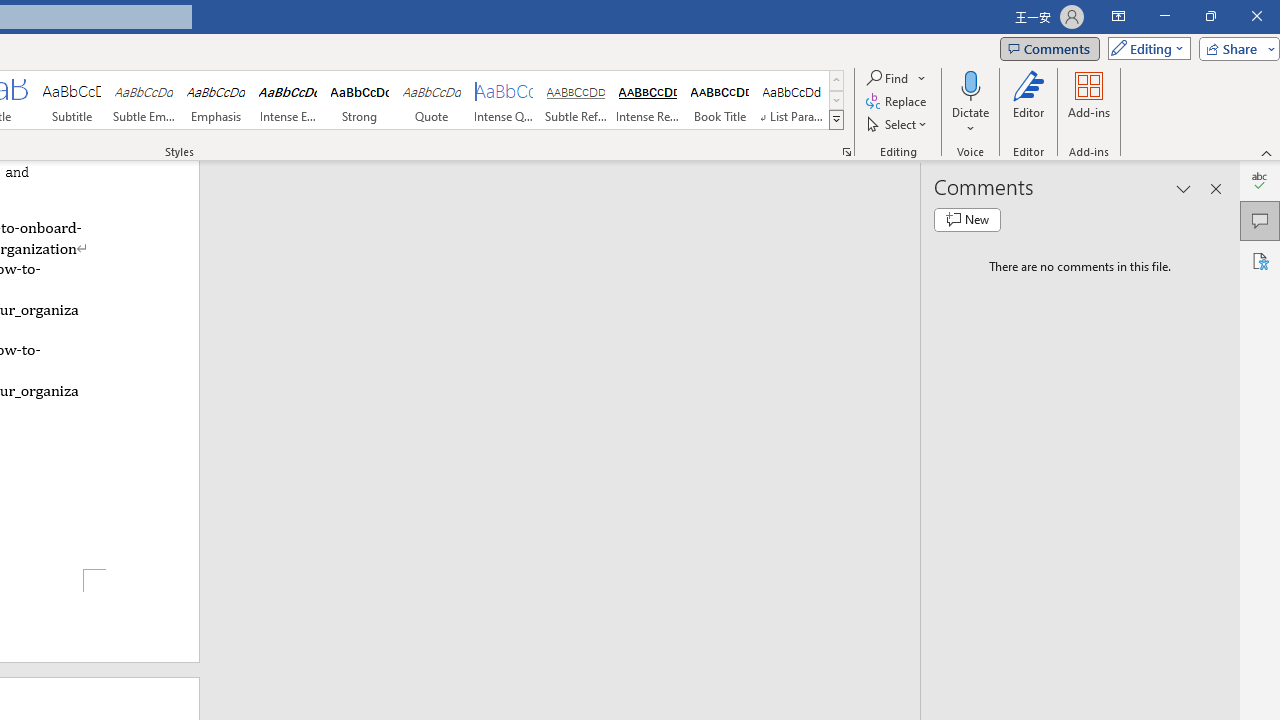  What do you see at coordinates (1117, 16) in the screenshot?
I see `'Ribbon Display Options'` at bounding box center [1117, 16].